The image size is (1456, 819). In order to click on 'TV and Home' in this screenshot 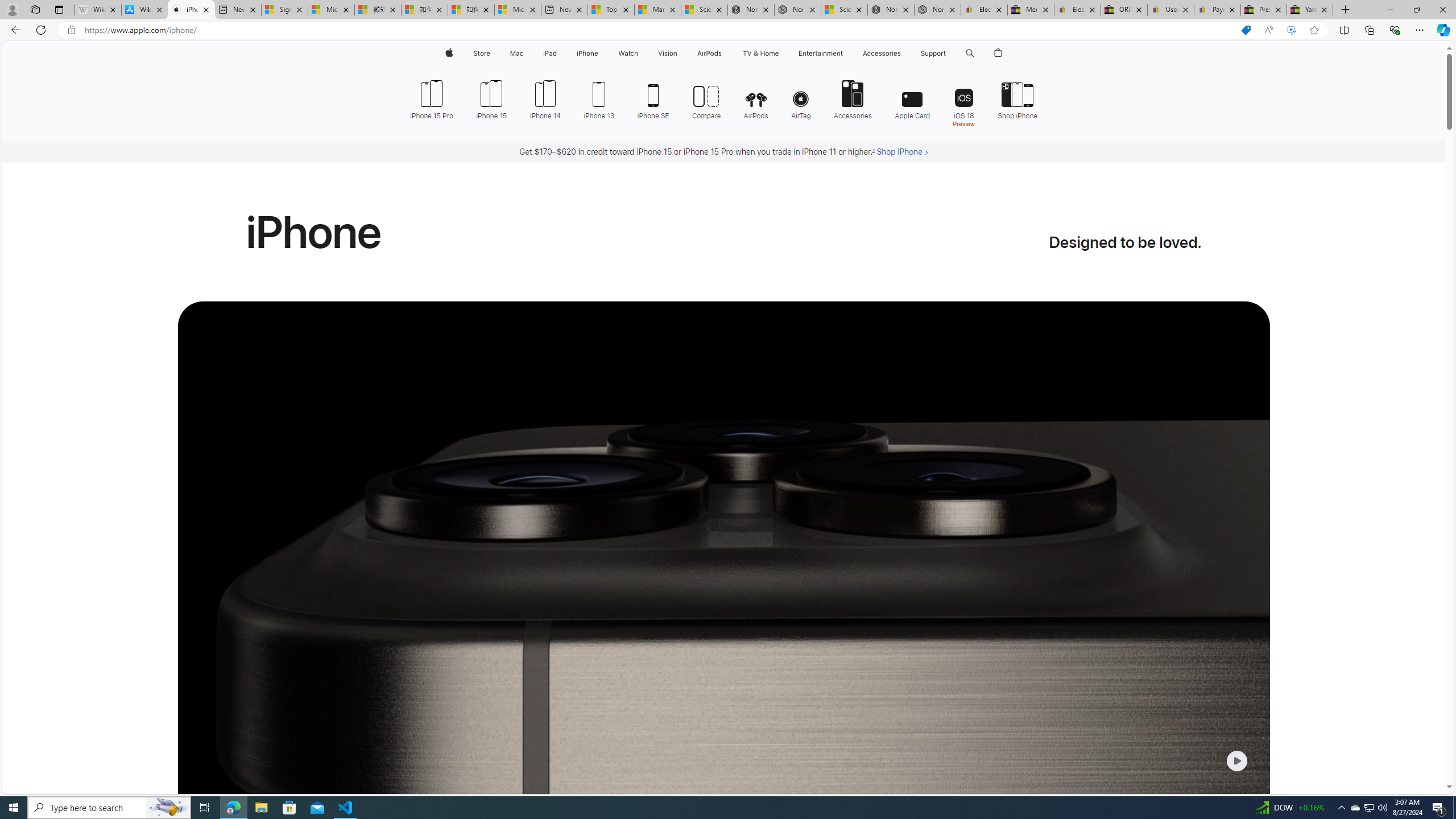, I will do `click(760, 53)`.